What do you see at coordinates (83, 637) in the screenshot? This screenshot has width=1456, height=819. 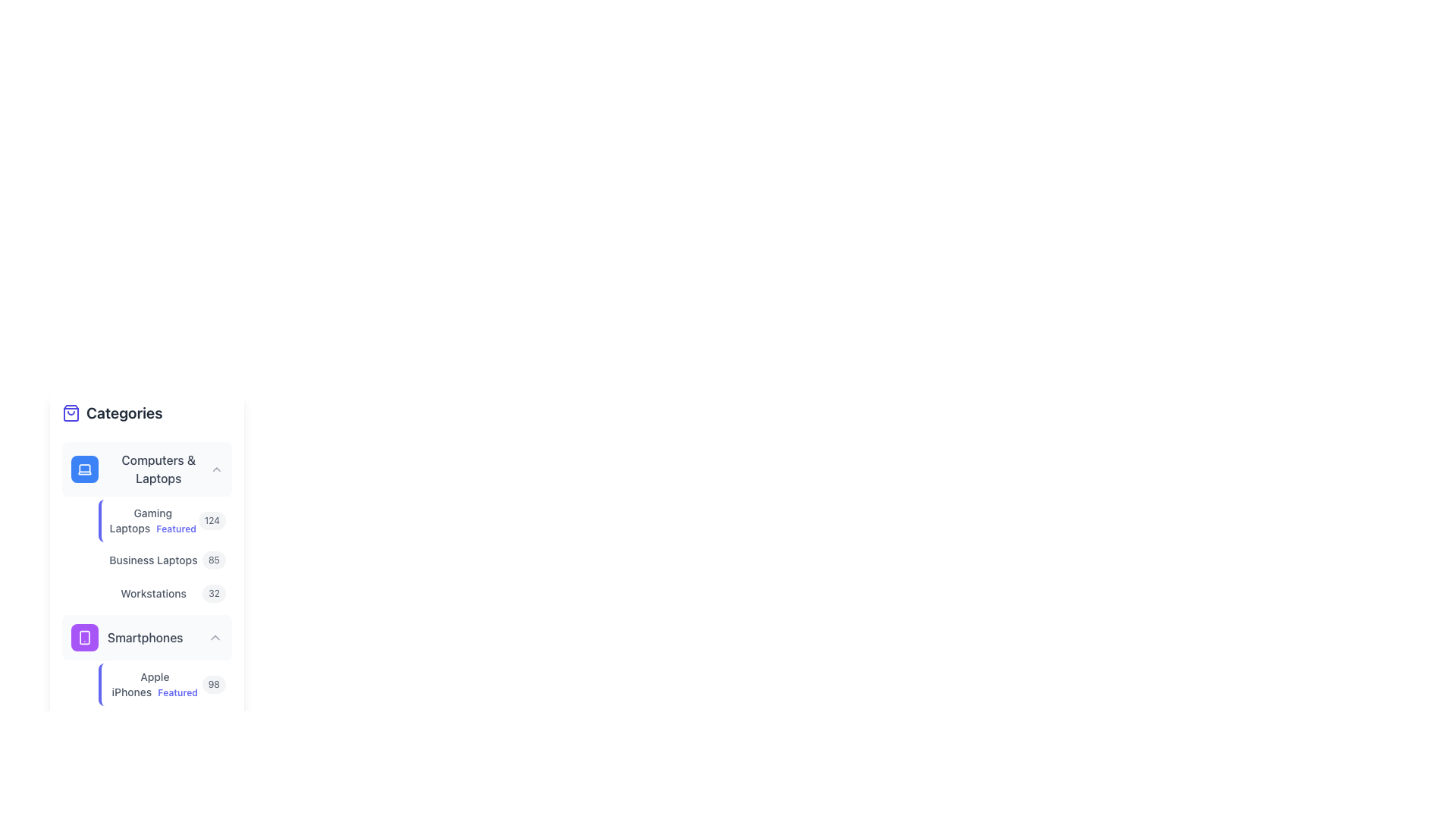 I see `the smartphone icon located below the 'Computers & Laptops' section and to the left of the 'Smartphones' collapsible header in the sidebar navigation` at bounding box center [83, 637].